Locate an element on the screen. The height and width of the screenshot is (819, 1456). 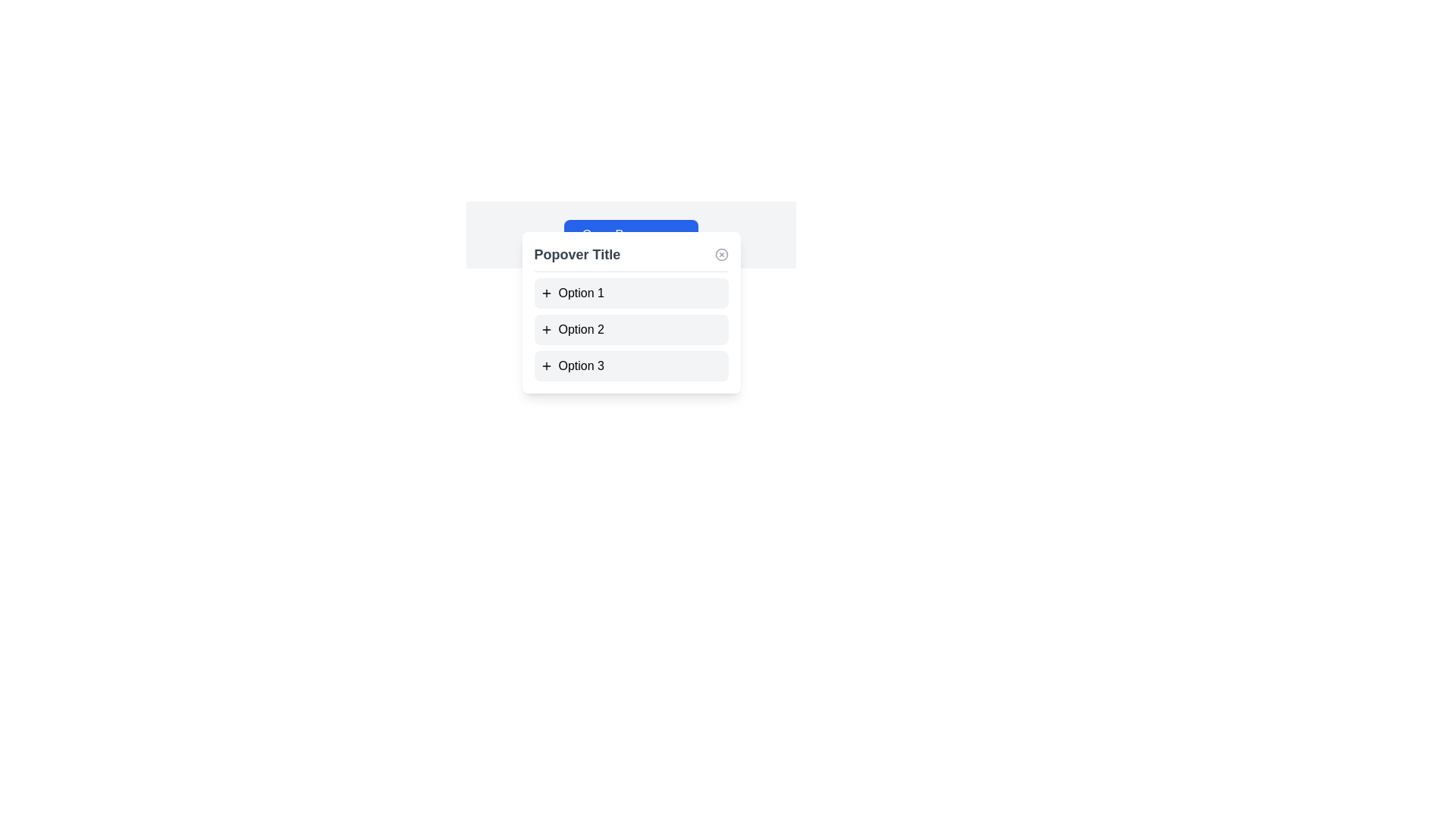
the downward-facing chevron icon located inside the 'Open Popover' button, which is represented by a triangular shape with its peak pointing downward and enclosed in a blue background is located at coordinates (673, 234).